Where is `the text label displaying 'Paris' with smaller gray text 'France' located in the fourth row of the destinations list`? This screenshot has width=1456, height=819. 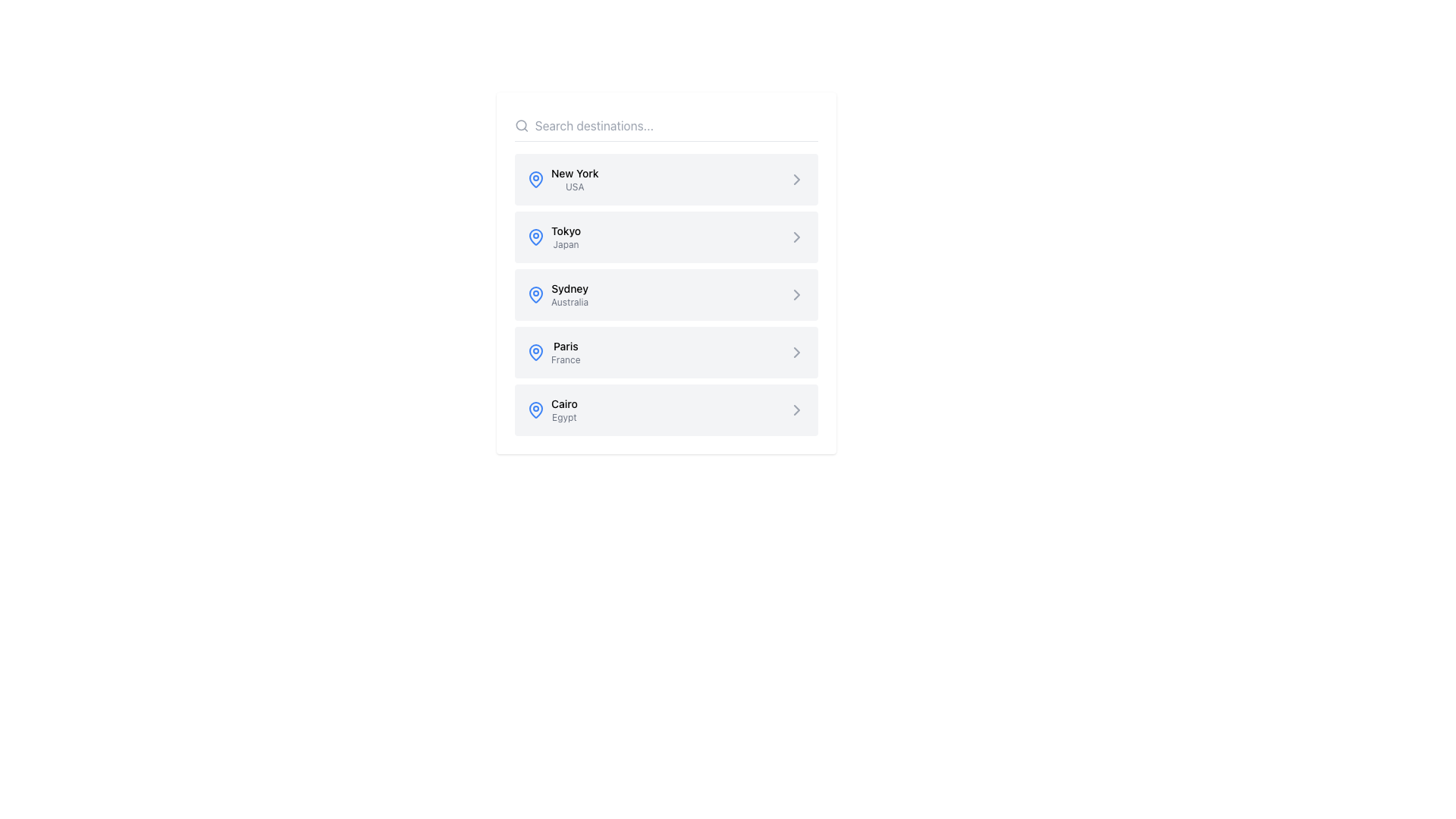
the text label displaying 'Paris' with smaller gray text 'France' located in the fourth row of the destinations list is located at coordinates (565, 353).